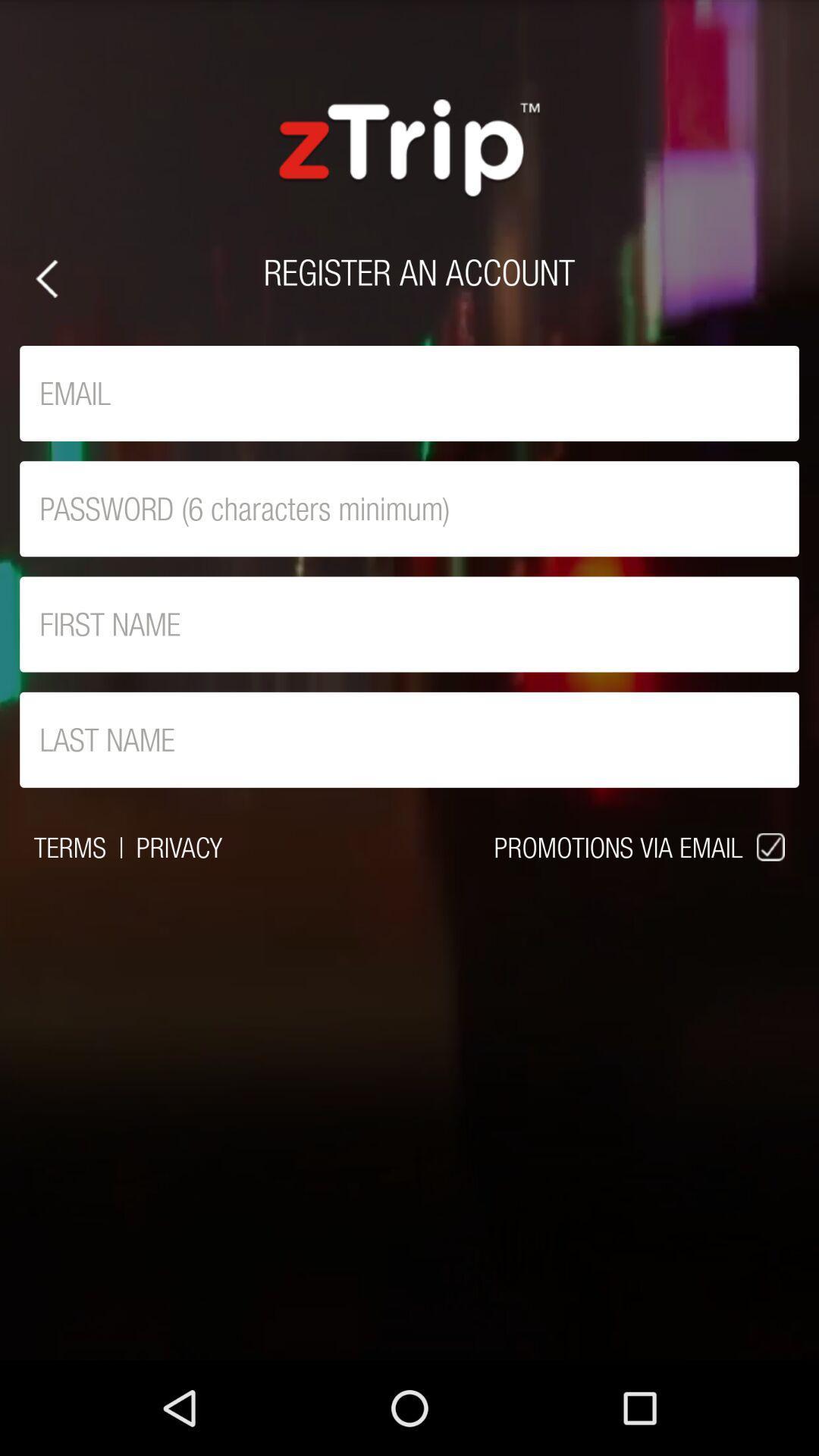  Describe the element at coordinates (45, 278) in the screenshot. I see `icon at the top left corner` at that location.